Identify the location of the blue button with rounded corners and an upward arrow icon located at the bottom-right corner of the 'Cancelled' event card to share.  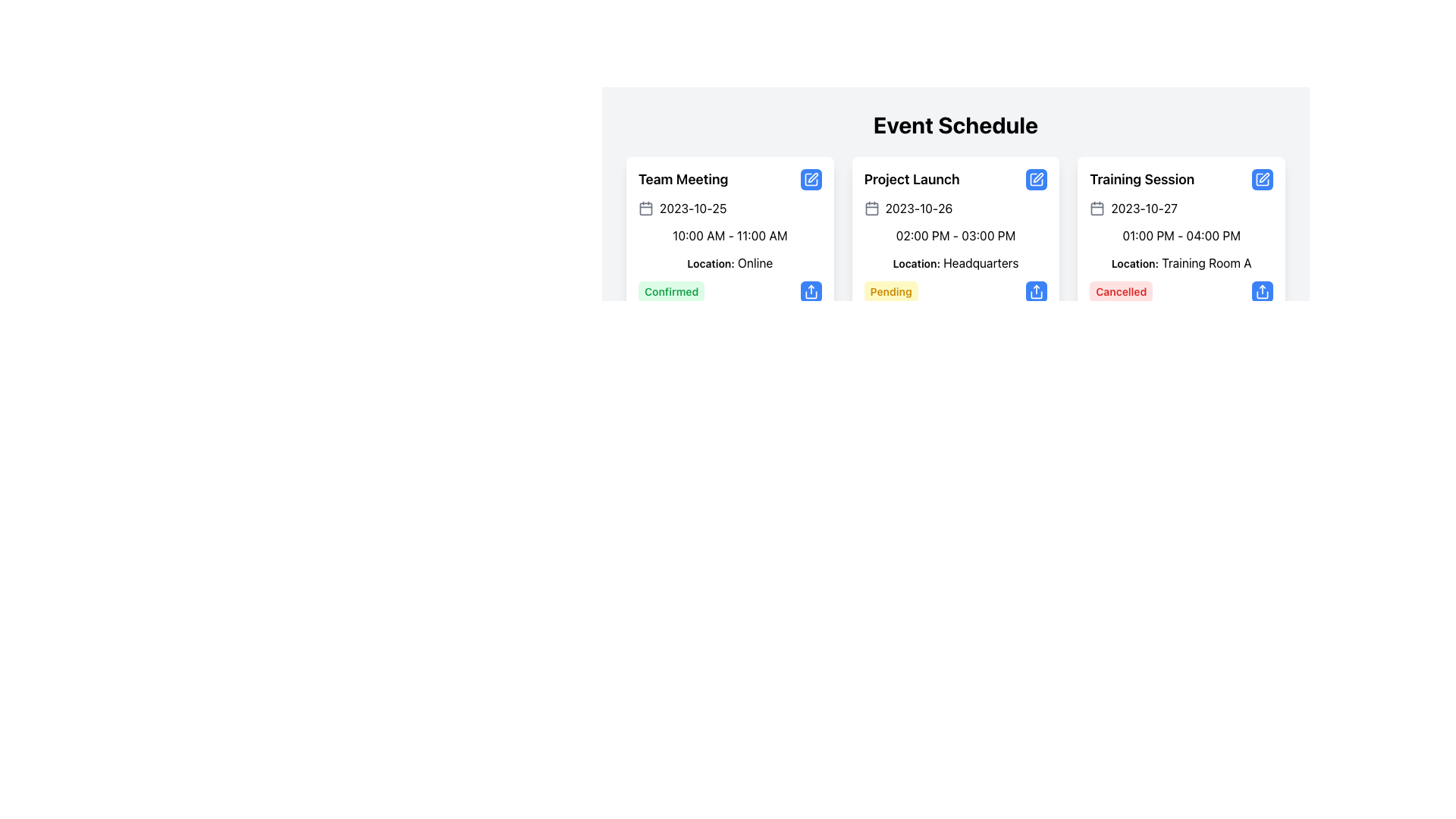
(1263, 292).